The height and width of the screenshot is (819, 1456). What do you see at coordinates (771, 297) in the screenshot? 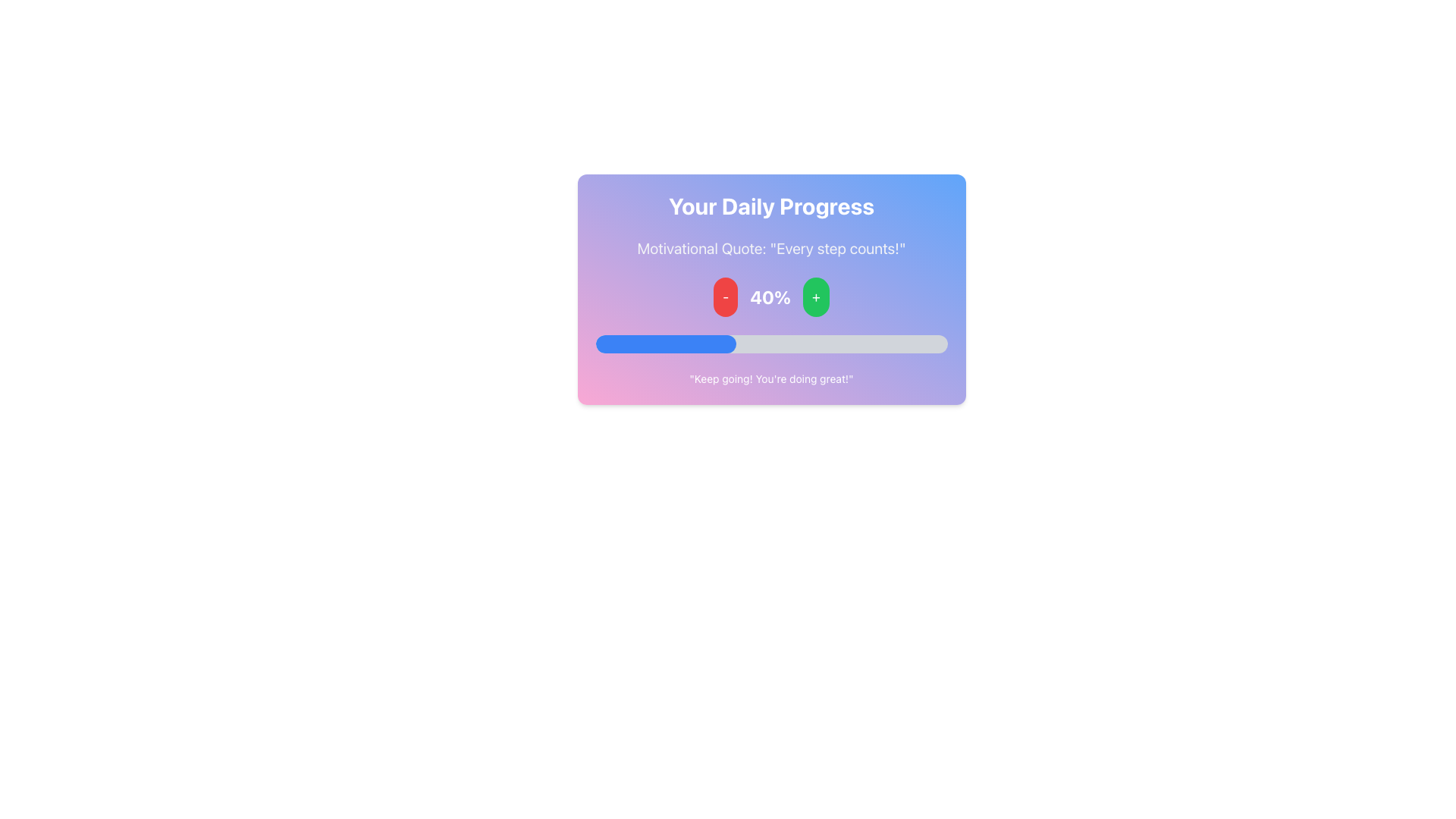
I see `the percentage value displayed in the center of the Interactive control group under 'Your Daily Progress' section` at bounding box center [771, 297].